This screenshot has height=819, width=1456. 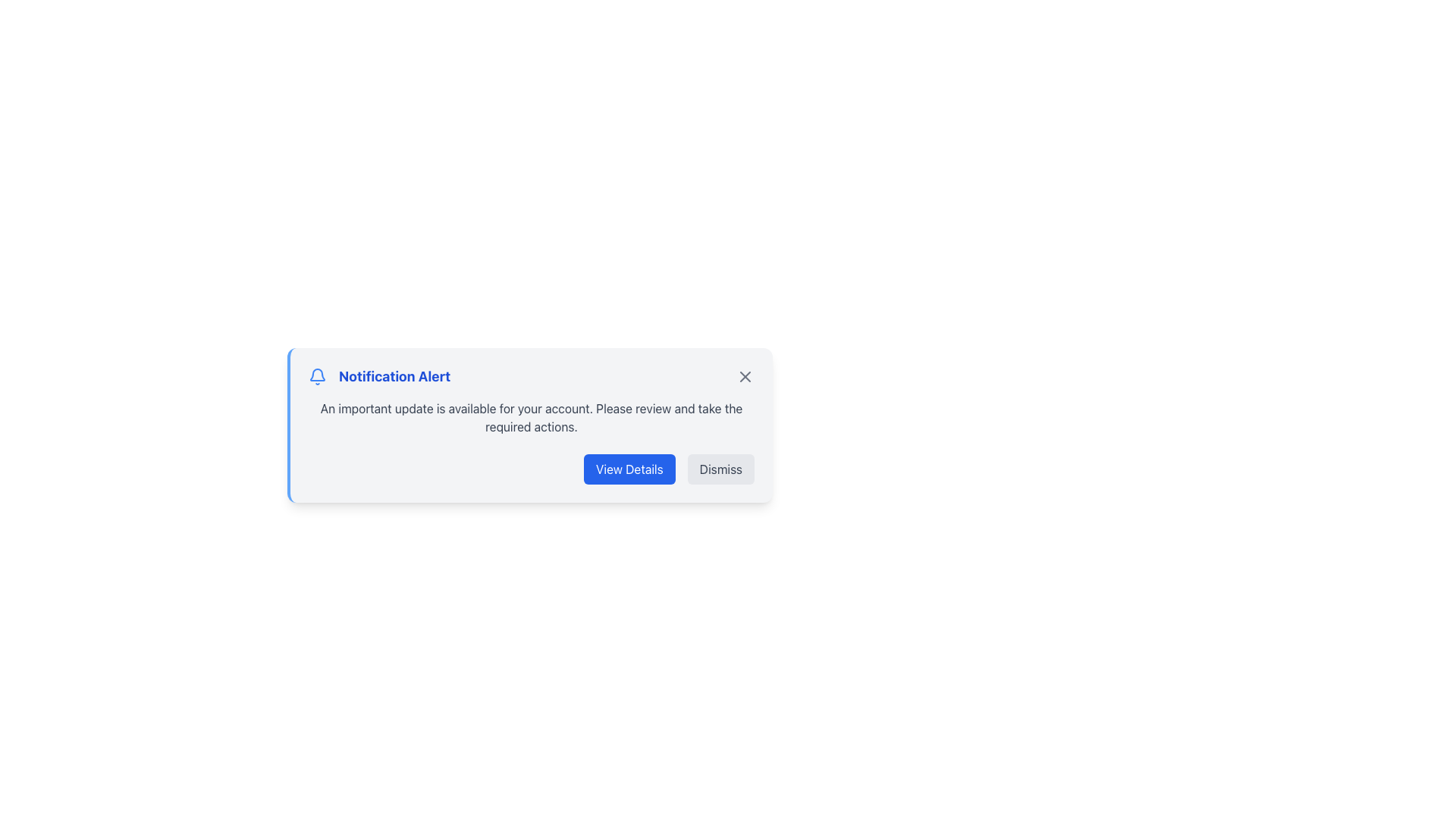 What do you see at coordinates (531, 418) in the screenshot?
I see `the text element that reads 'An important update is available for your account.' located within the notification card under the title 'Notification Alert'` at bounding box center [531, 418].